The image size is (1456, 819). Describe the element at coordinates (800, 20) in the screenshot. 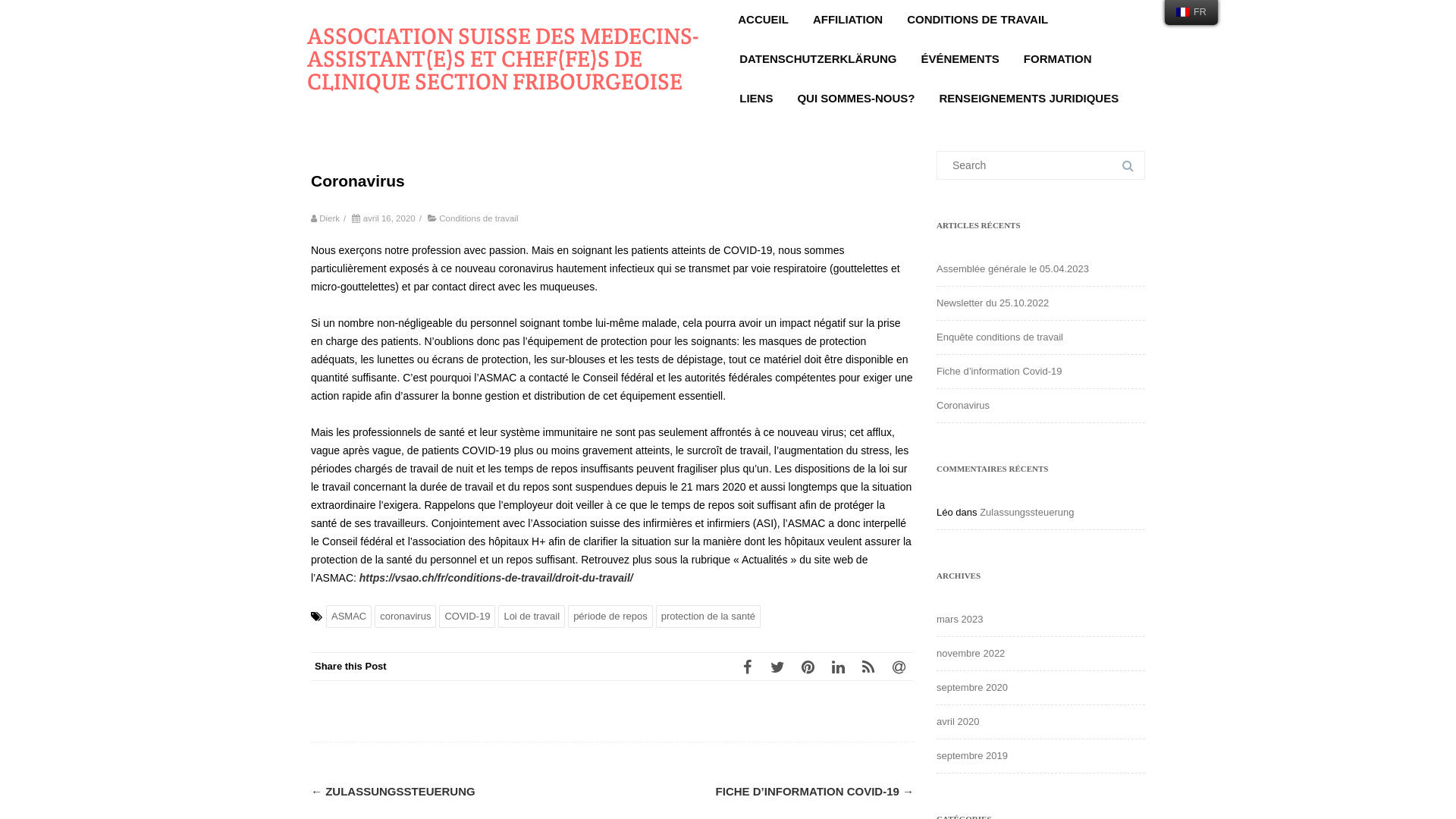

I see `'AFFILIATION'` at that location.